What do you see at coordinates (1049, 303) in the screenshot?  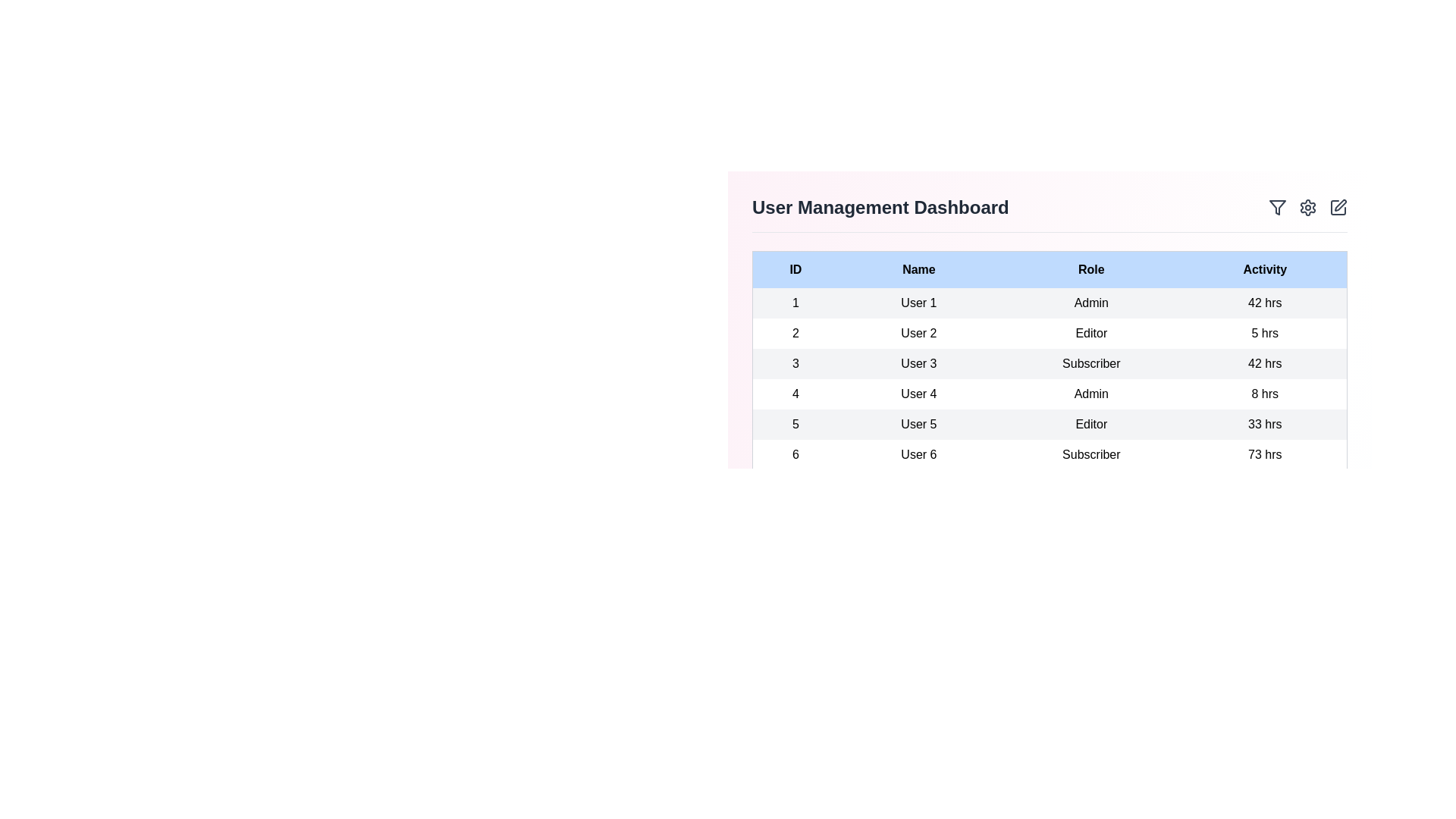 I see `the row corresponding to user ID 1` at bounding box center [1049, 303].